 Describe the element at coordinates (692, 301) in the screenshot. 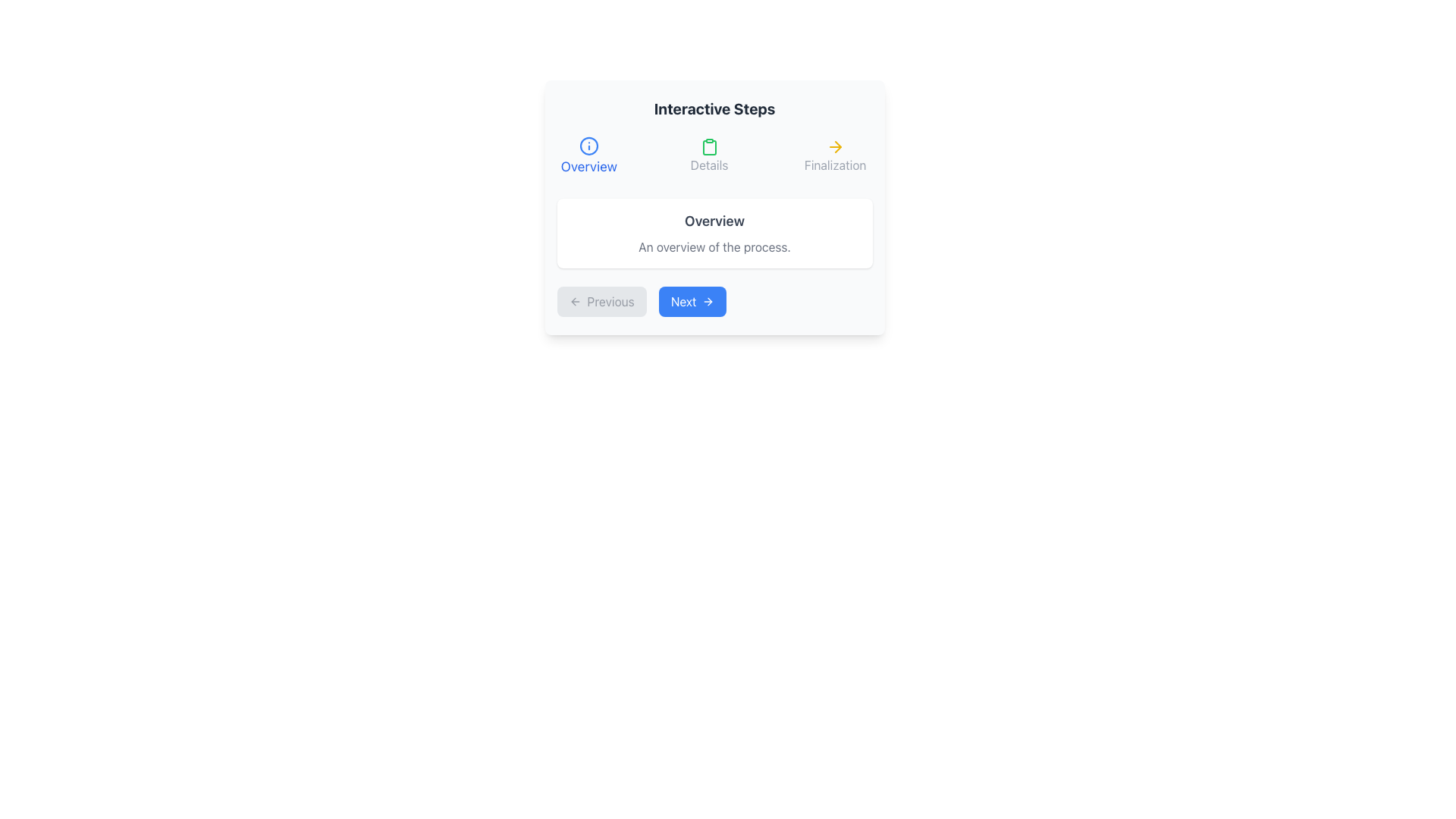

I see `the 'Next' button located at the bottom center of the interface` at that location.